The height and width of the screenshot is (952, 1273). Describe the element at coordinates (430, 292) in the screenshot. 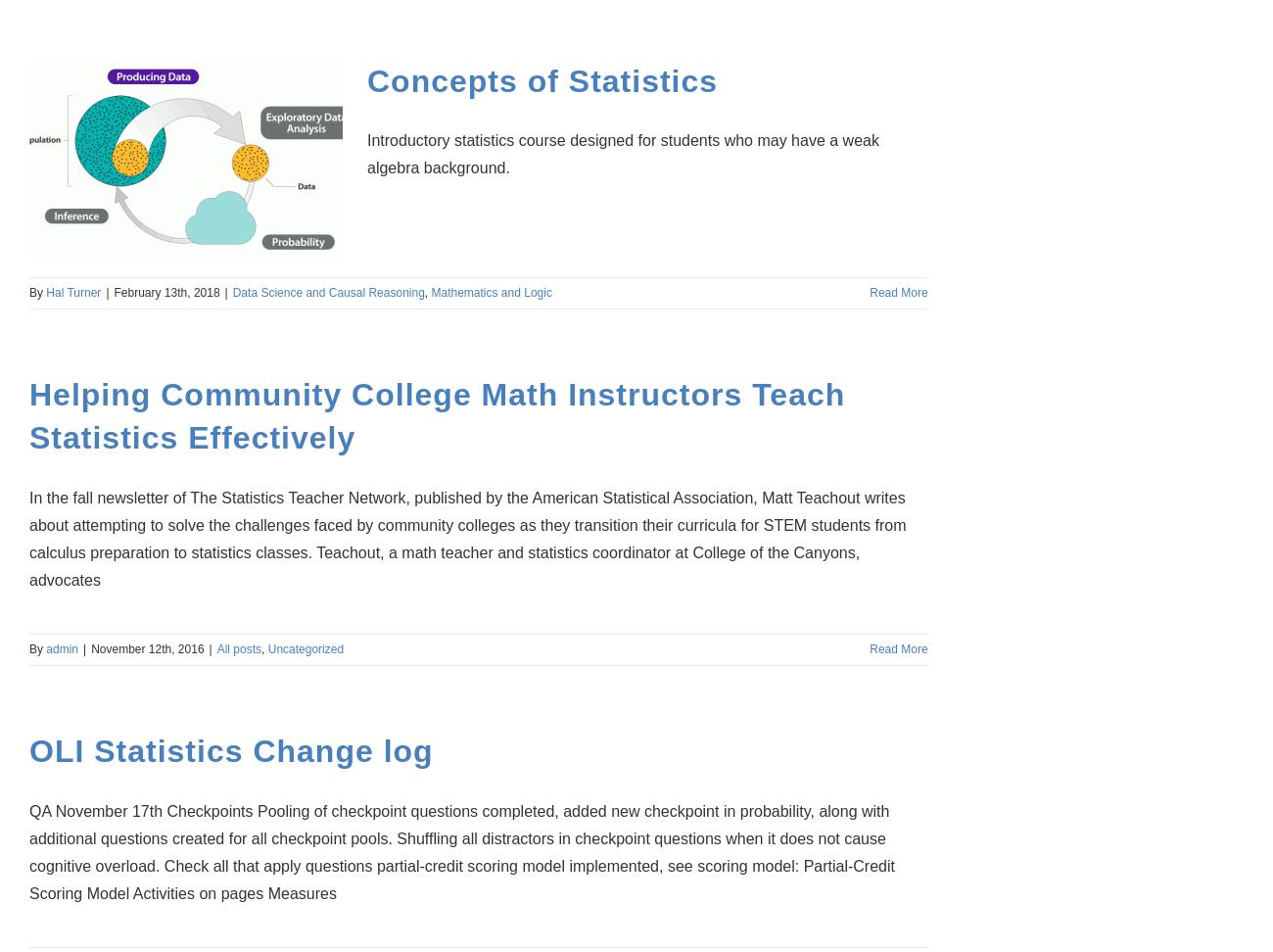

I see `'Mathematics and Logic'` at that location.